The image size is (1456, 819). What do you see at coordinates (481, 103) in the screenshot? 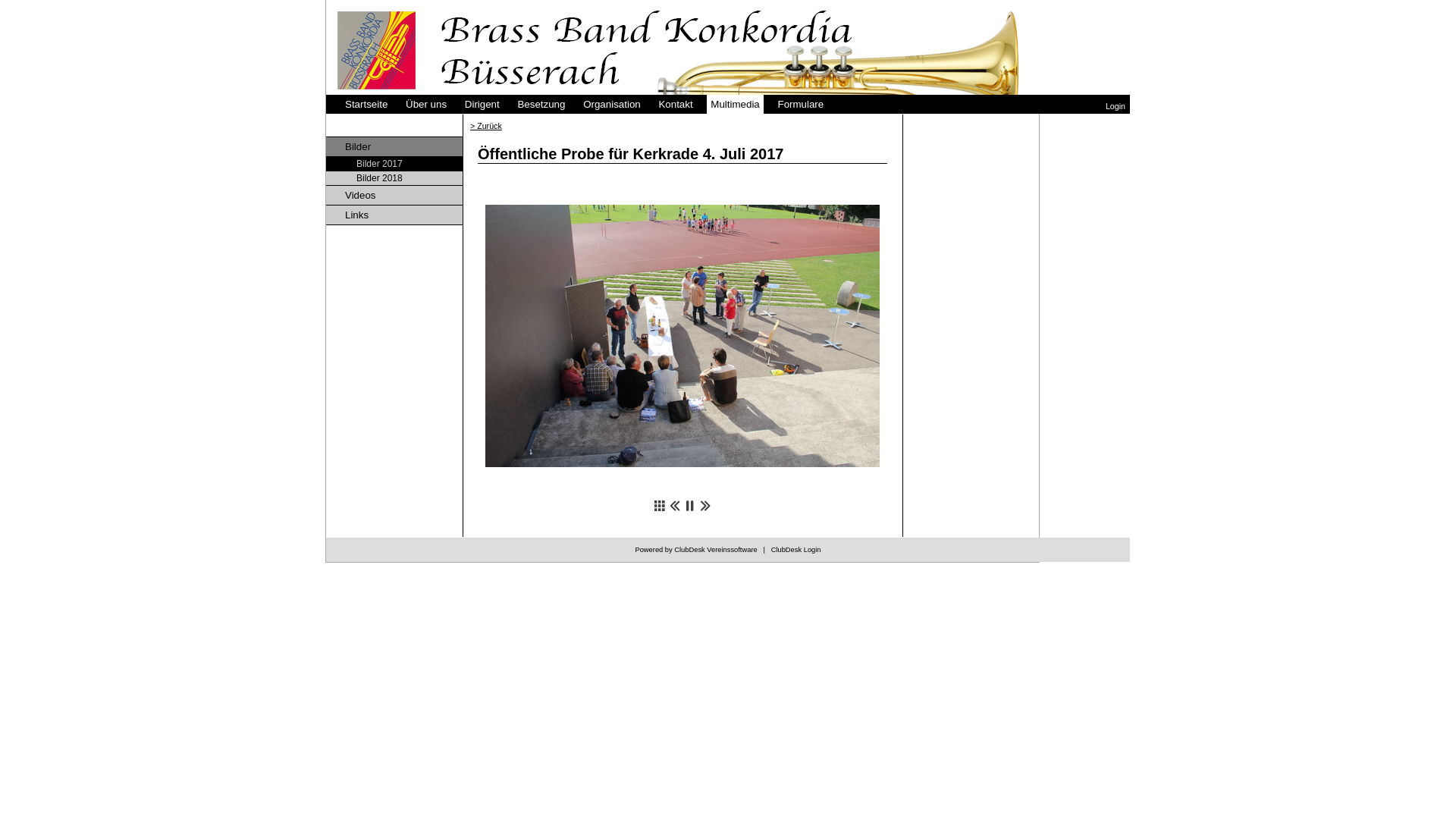
I see `'Dirigent'` at bounding box center [481, 103].